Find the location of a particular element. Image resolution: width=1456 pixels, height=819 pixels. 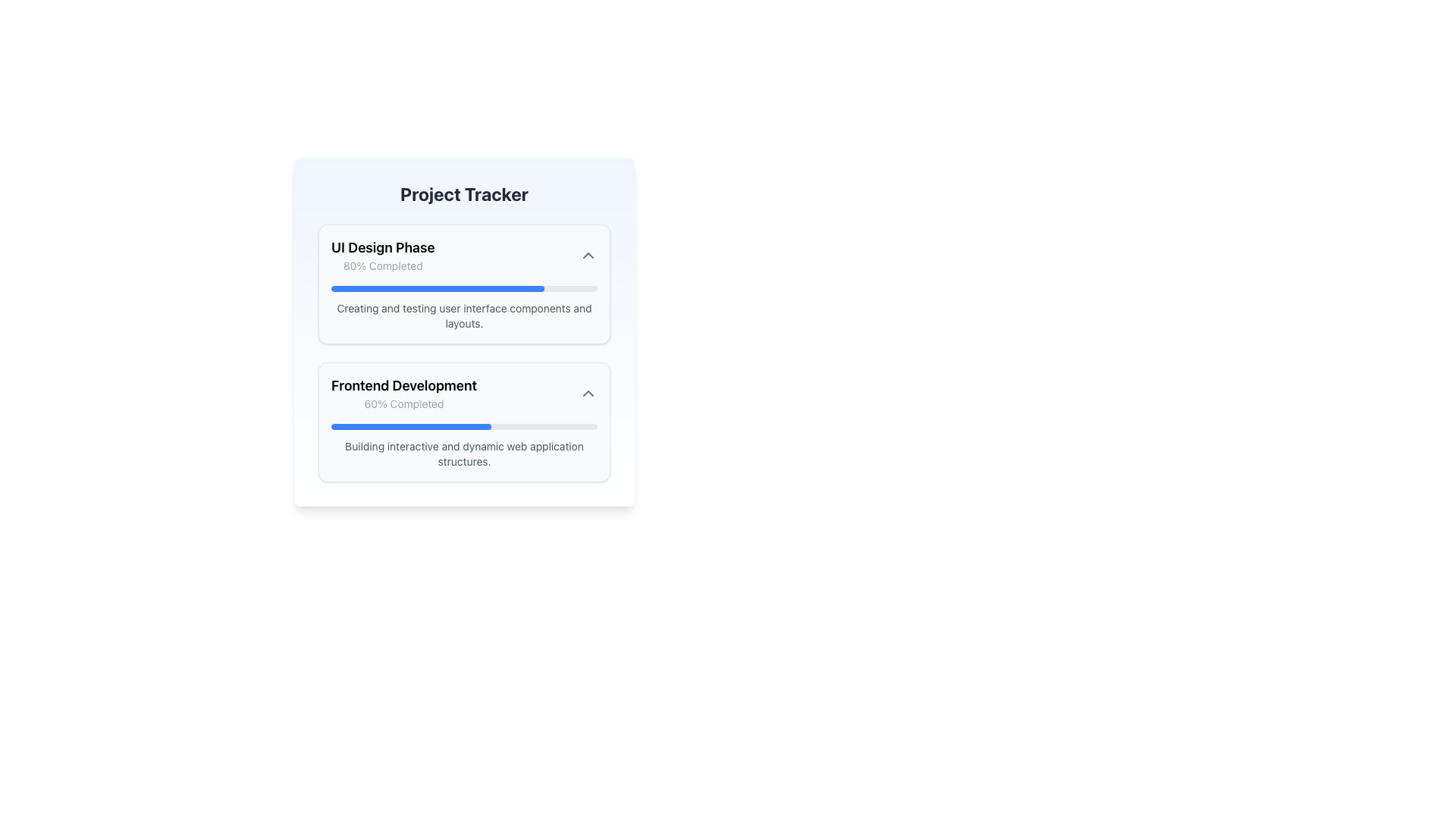

the Panel containing progress indicators is located at coordinates (463, 353).